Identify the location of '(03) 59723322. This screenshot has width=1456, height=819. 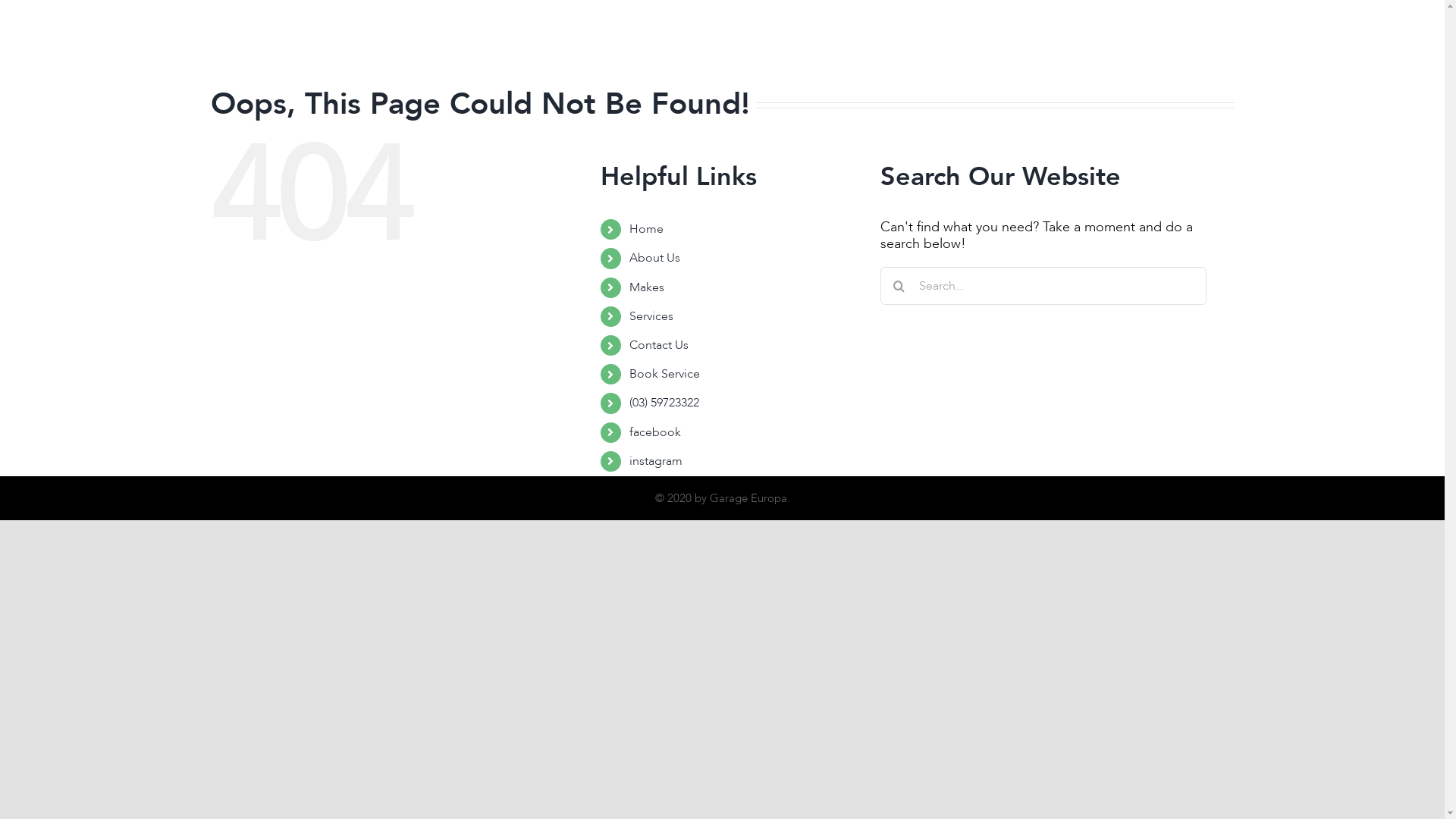
(1012, 38).